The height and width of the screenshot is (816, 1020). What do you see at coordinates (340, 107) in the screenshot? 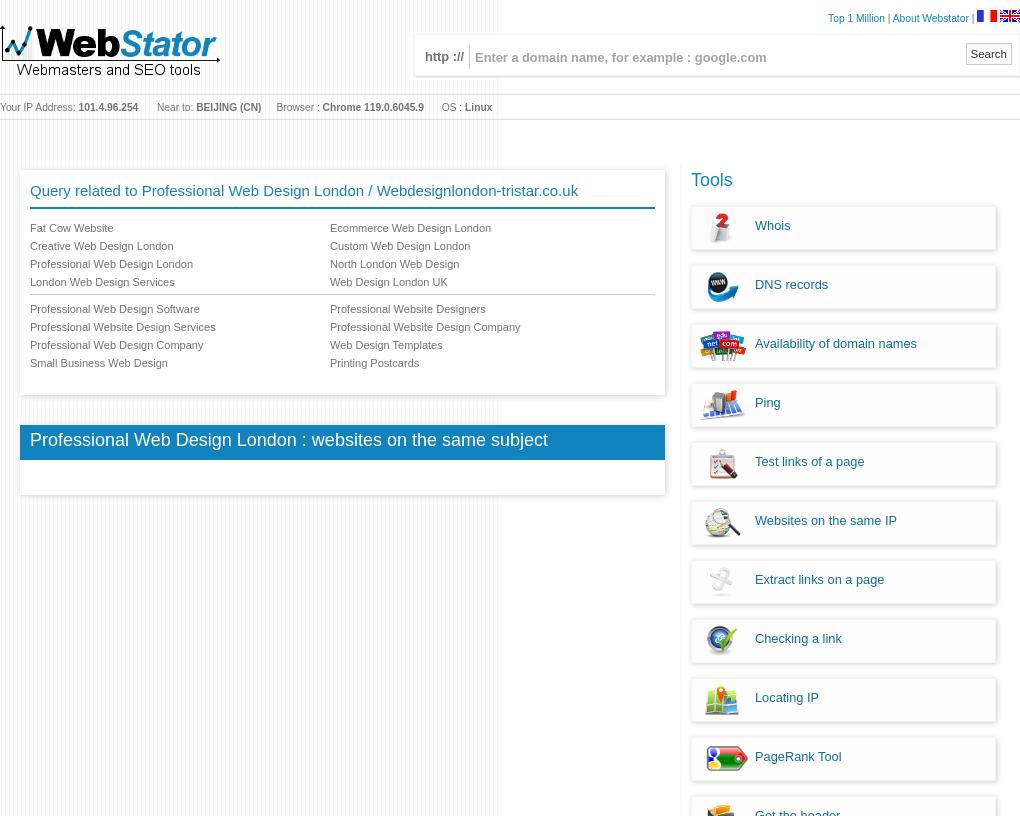
I see `'Chrome'` at bounding box center [340, 107].